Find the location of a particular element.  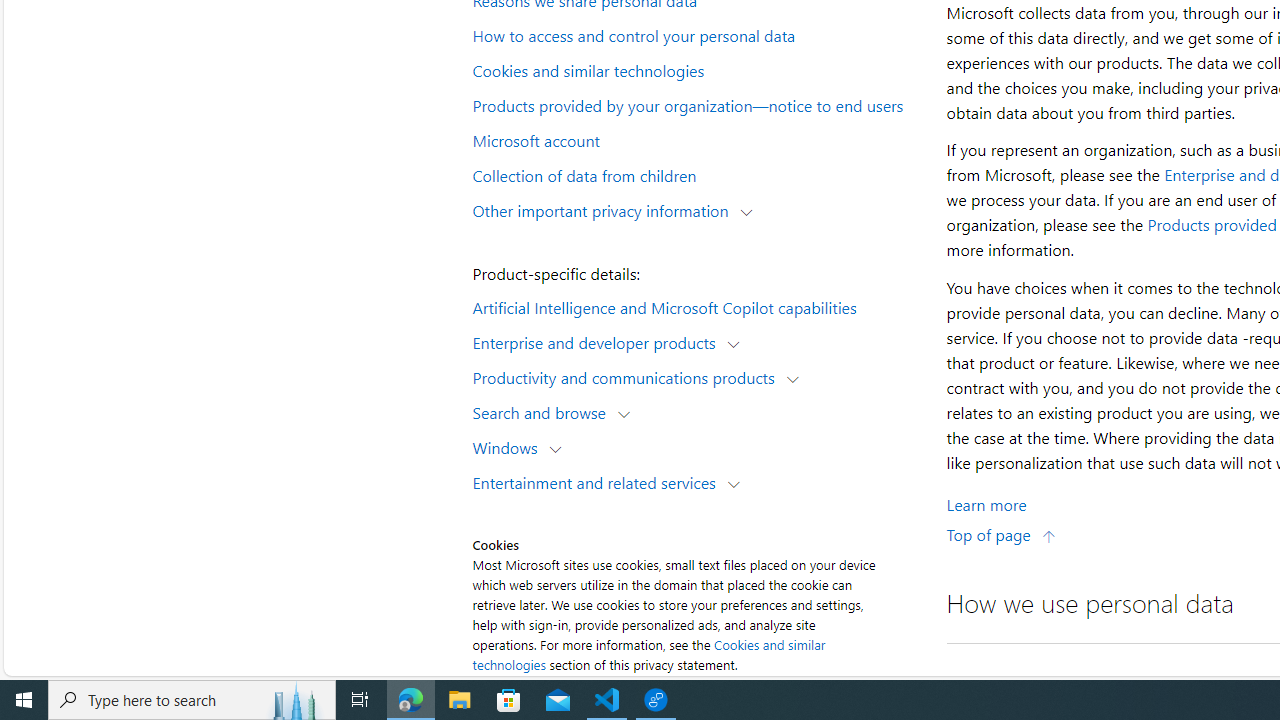

'Search and browse' is located at coordinates (544, 411).